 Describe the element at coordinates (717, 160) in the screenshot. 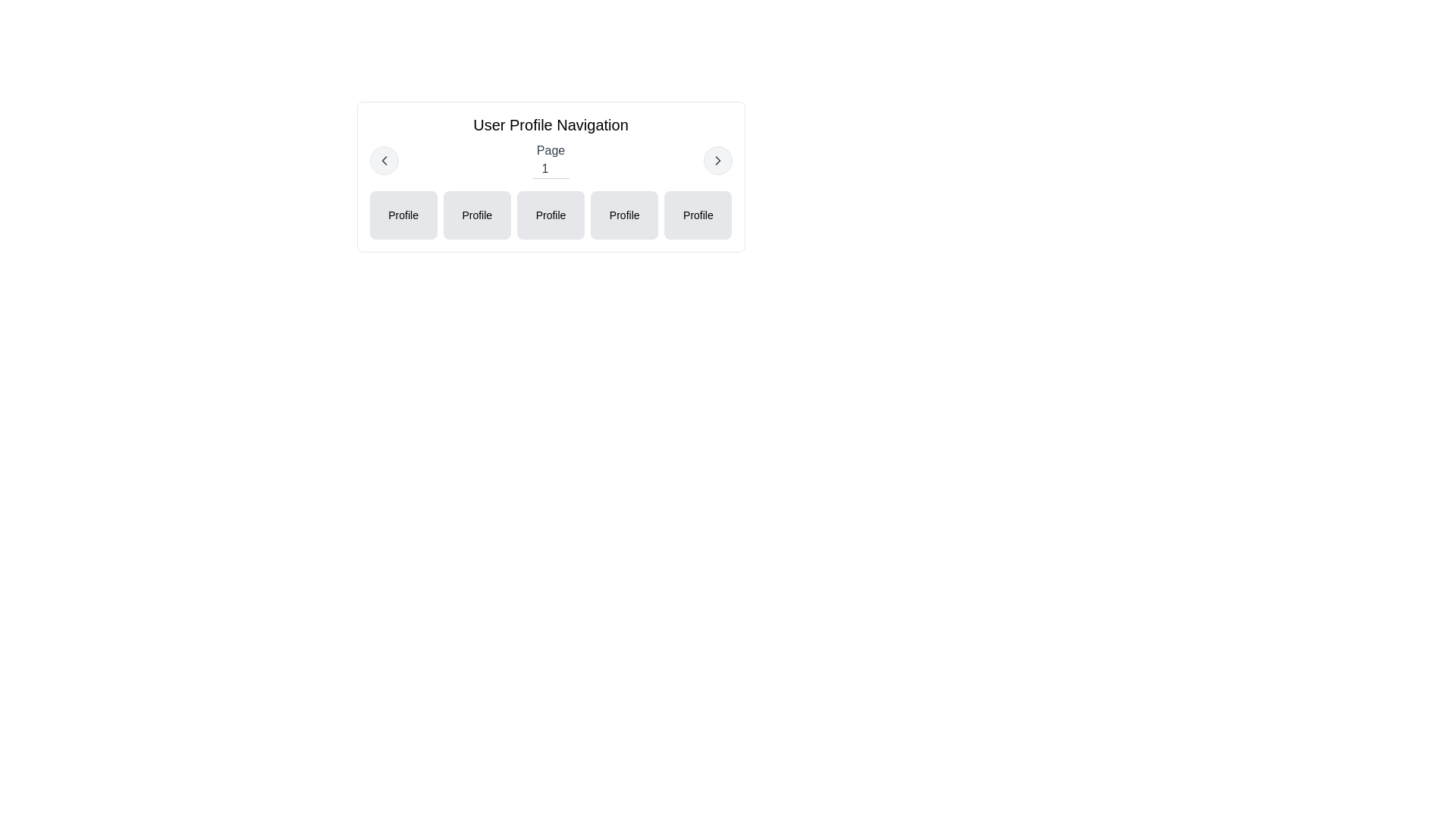

I see `the right-pointing chevron button in the User Profile Navigation section` at that location.